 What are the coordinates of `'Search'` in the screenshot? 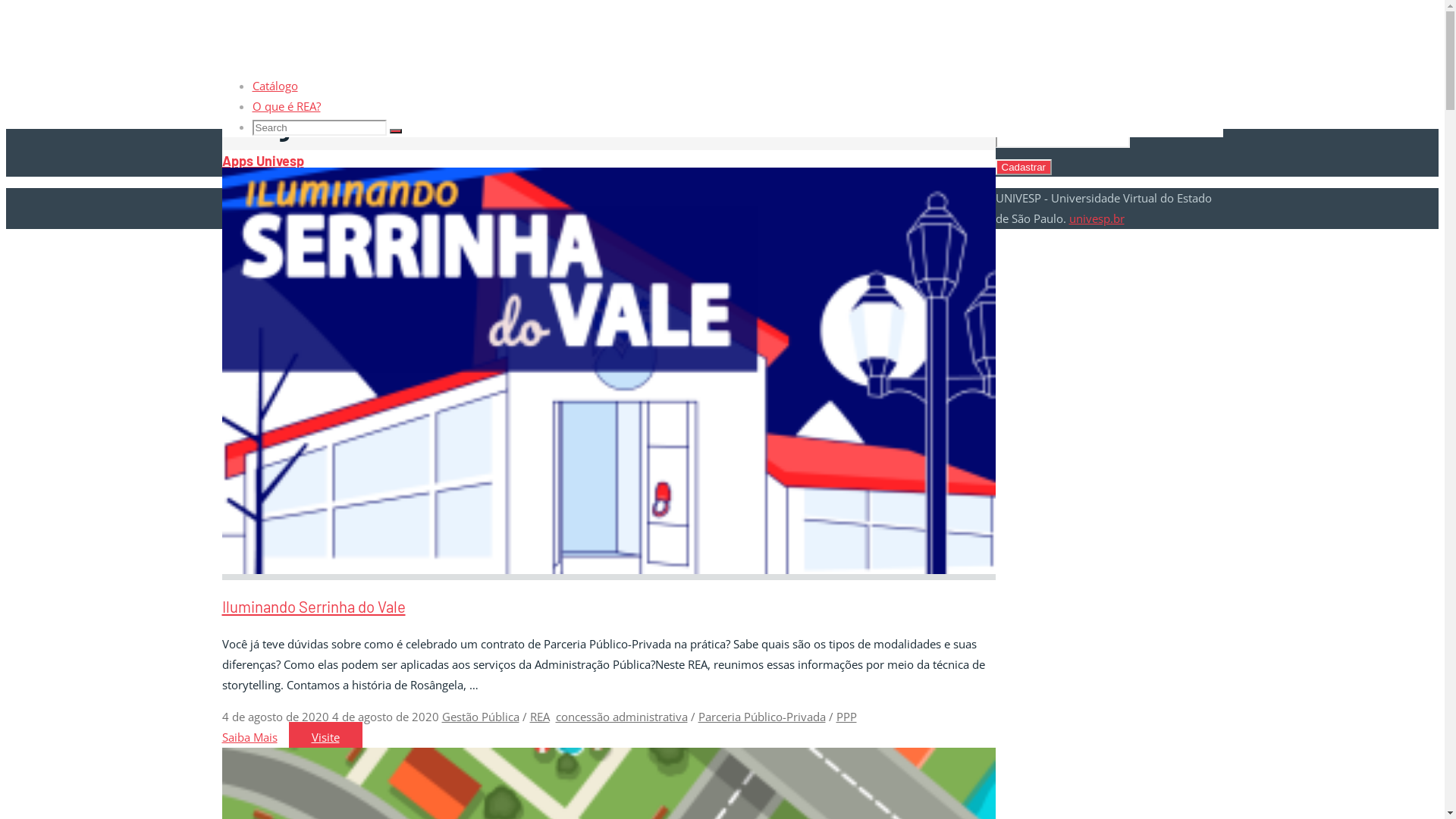 It's located at (396, 130).